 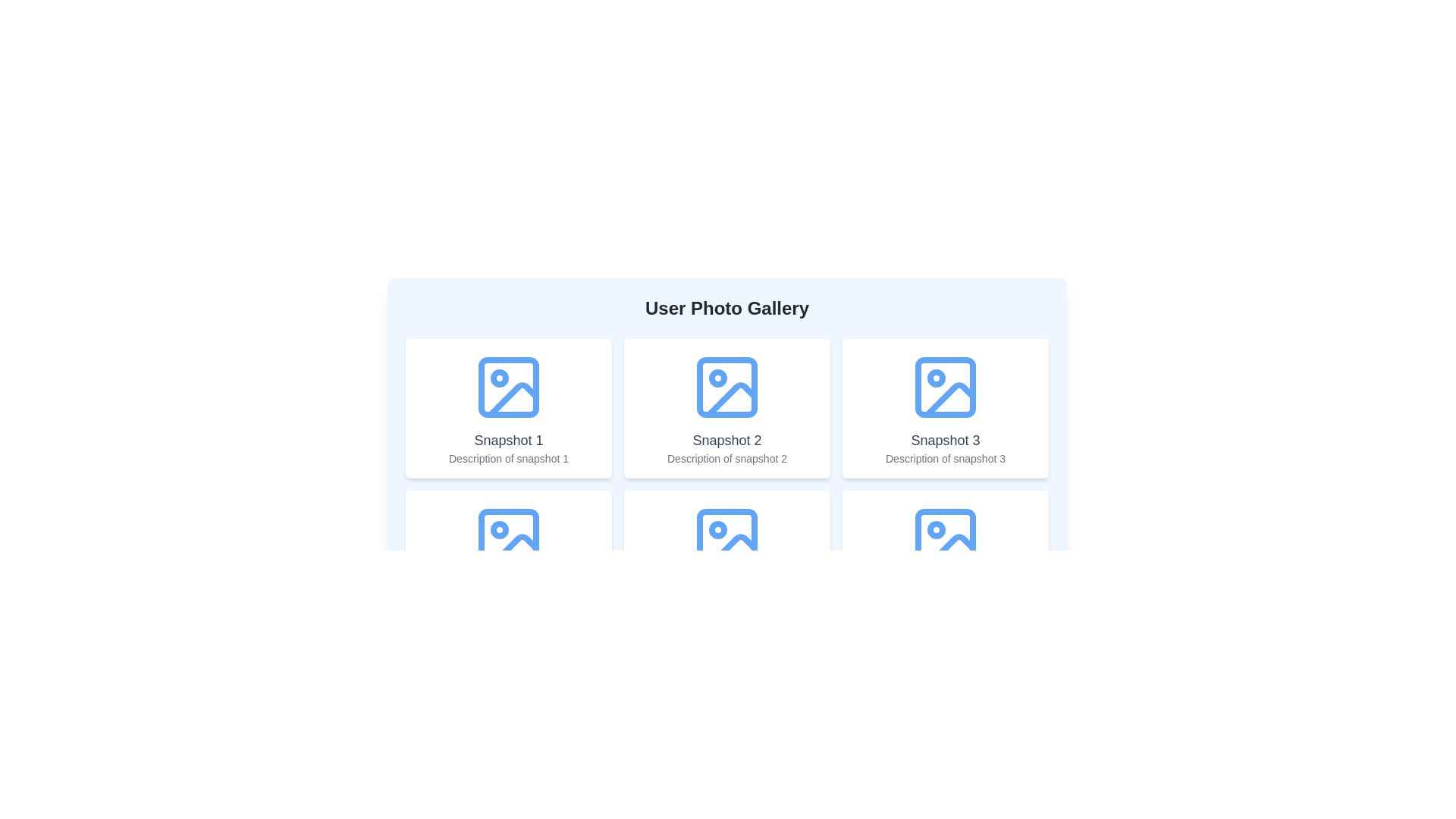 I want to click on the decorative graphical element of the icon representing the first snapshot in the photo gallery located in the center-right region, so click(x=513, y=399).